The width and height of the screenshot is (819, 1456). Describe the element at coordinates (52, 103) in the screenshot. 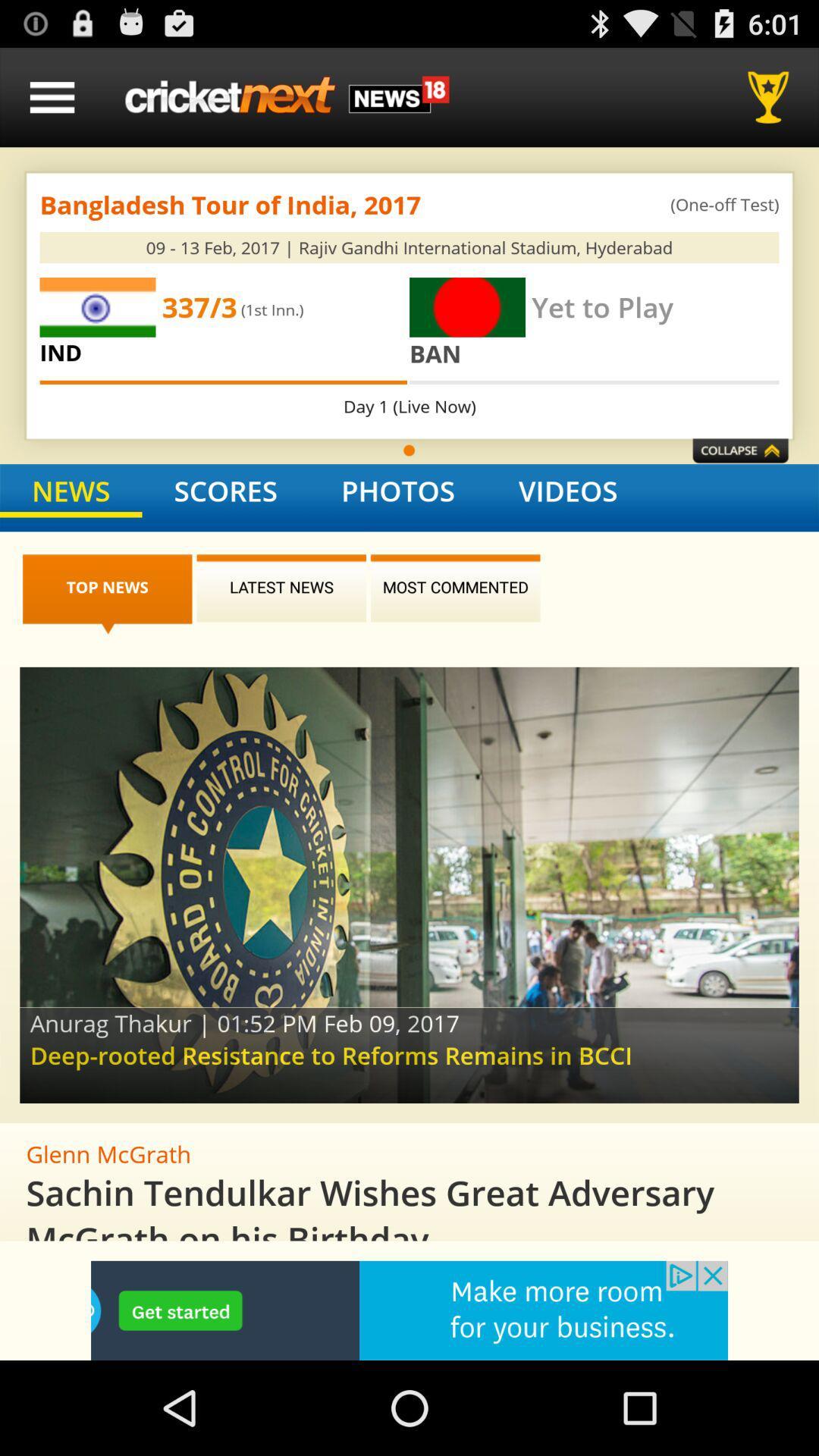

I see `the menu icon` at that location.